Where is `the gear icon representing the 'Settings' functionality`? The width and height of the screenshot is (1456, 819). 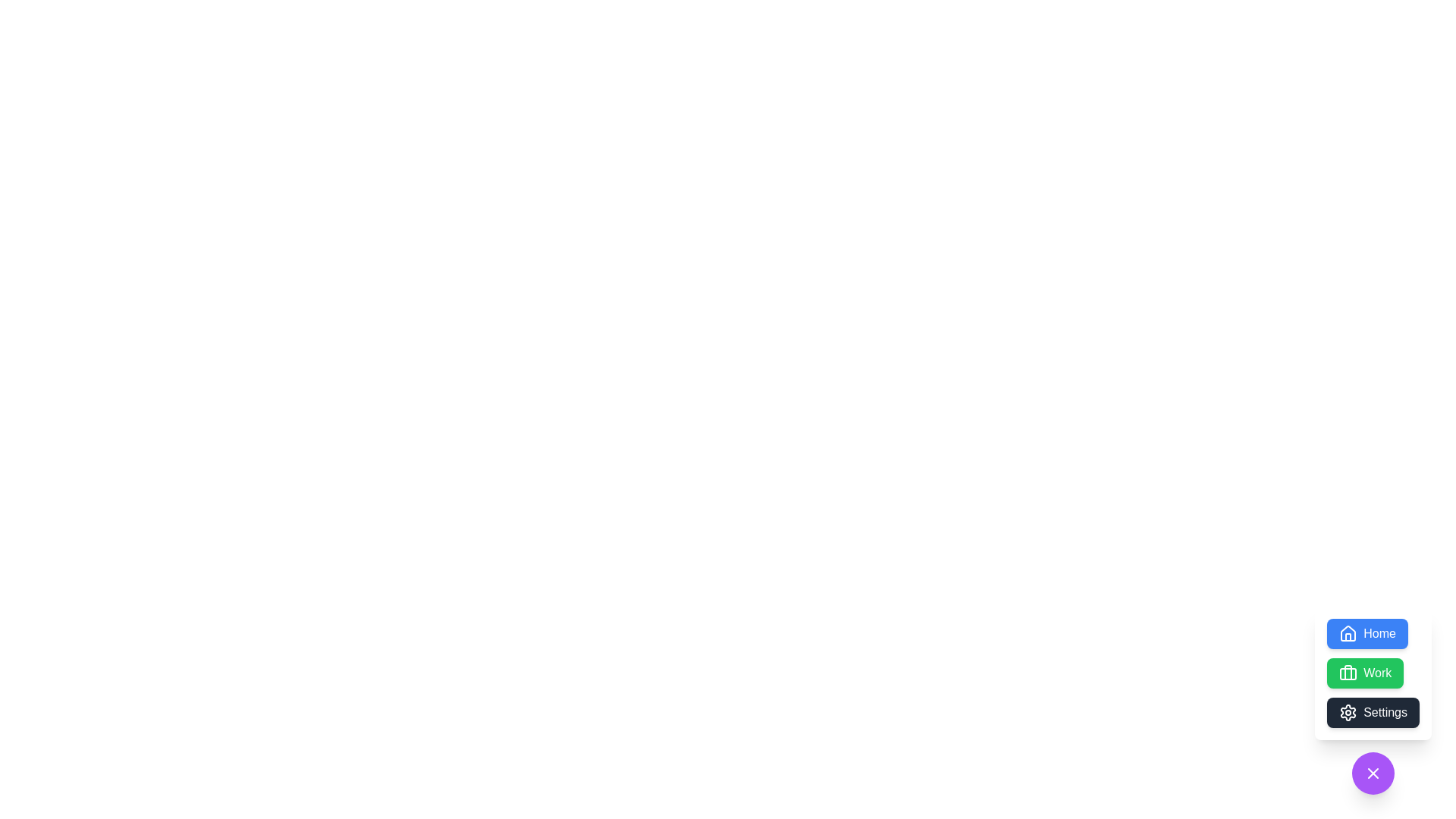 the gear icon representing the 'Settings' functionality is located at coordinates (1348, 713).